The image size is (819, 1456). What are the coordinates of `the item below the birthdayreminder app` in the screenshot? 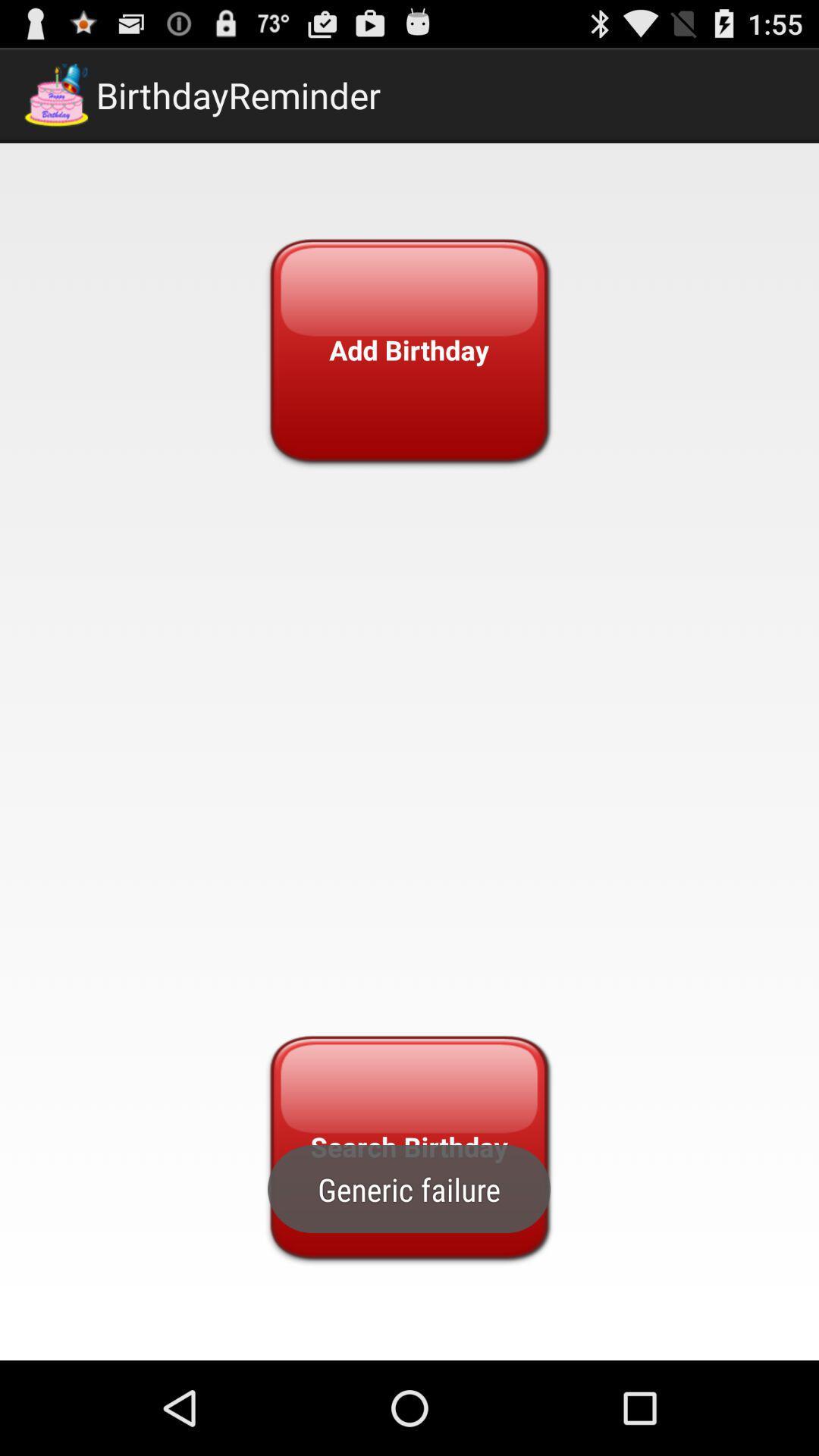 It's located at (408, 349).